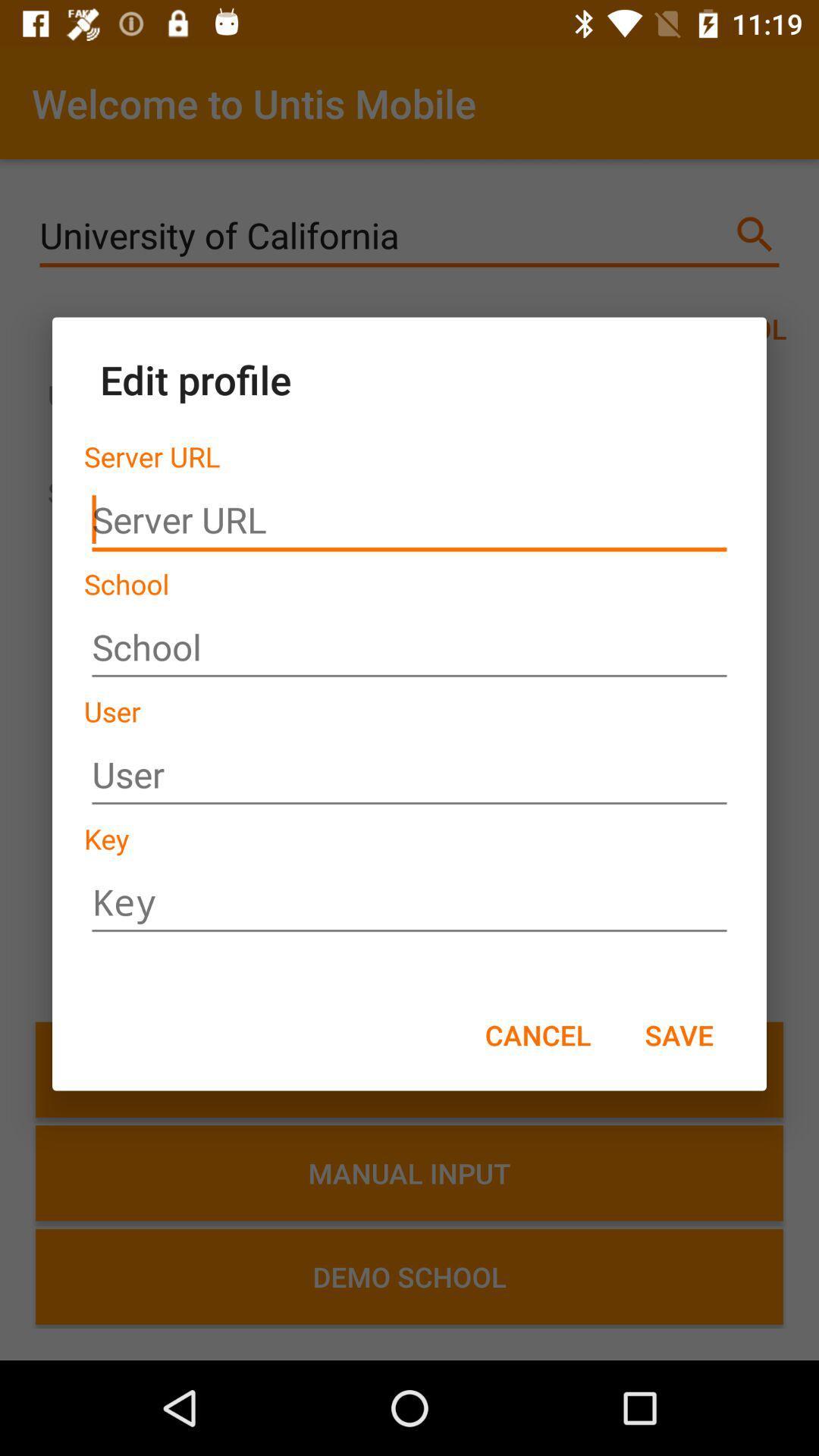 The height and width of the screenshot is (1456, 819). What do you see at coordinates (409, 902) in the screenshot?
I see `insert key` at bounding box center [409, 902].